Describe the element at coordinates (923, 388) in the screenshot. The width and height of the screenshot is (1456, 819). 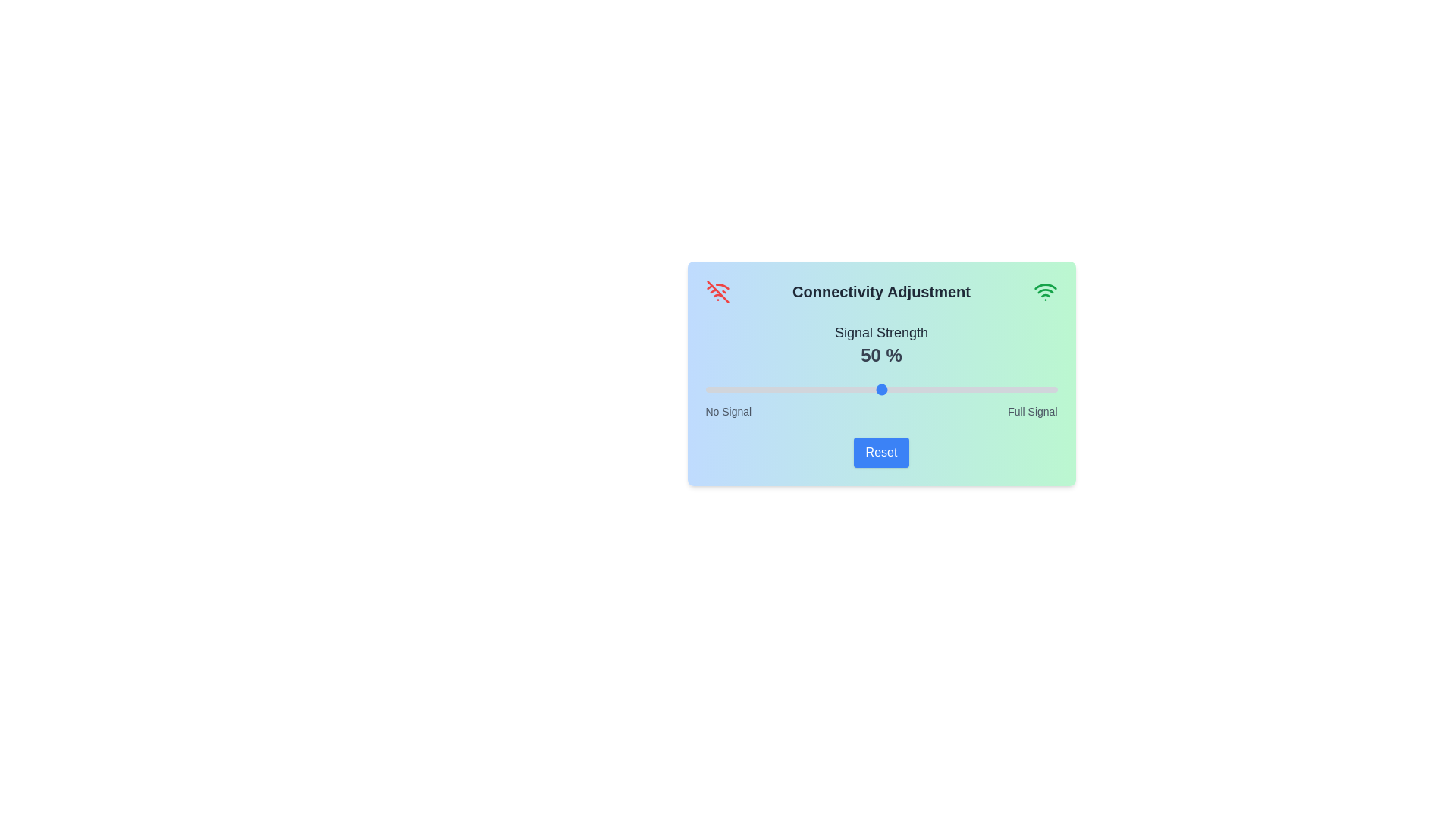
I see `the signal strength slider to 62%` at that location.